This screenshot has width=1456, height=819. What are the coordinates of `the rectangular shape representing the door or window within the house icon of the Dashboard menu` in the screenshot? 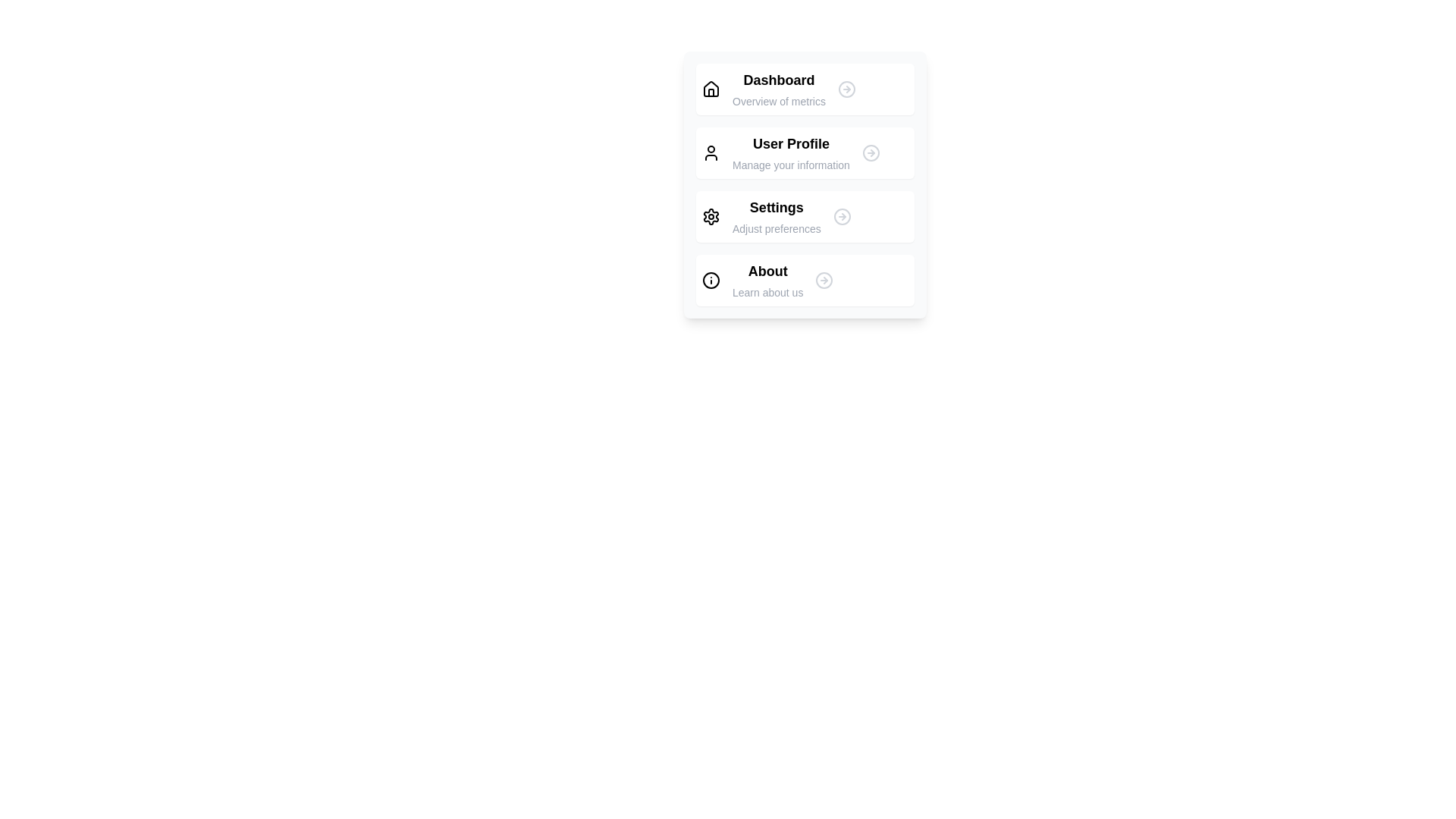 It's located at (710, 93).